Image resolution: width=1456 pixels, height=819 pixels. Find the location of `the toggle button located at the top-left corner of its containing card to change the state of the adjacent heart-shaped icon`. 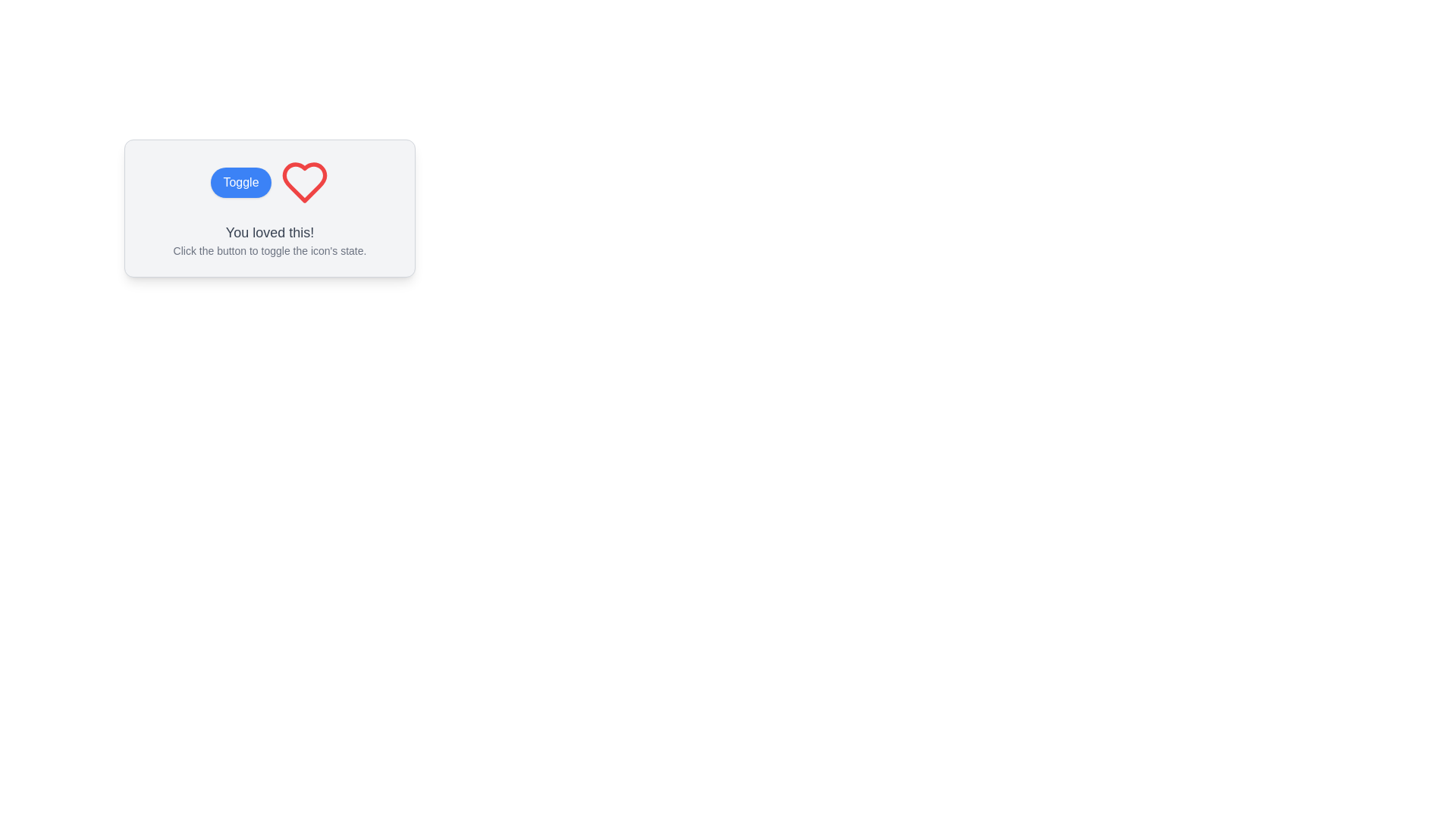

the toggle button located at the top-left corner of its containing card to change the state of the adjacent heart-shaped icon is located at coordinates (240, 181).